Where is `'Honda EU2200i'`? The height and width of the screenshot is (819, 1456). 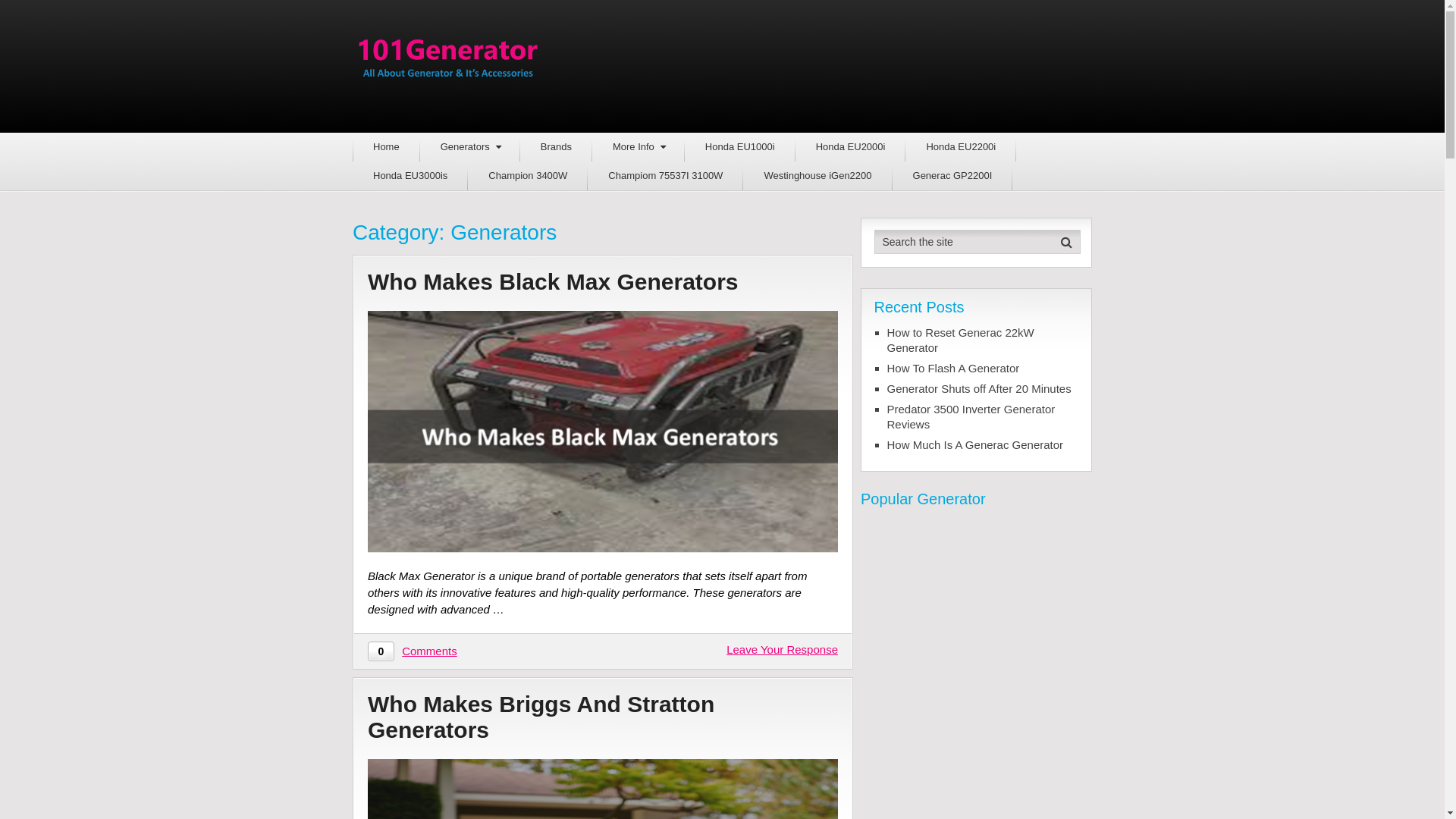 'Honda EU2200i' is located at coordinates (960, 146).